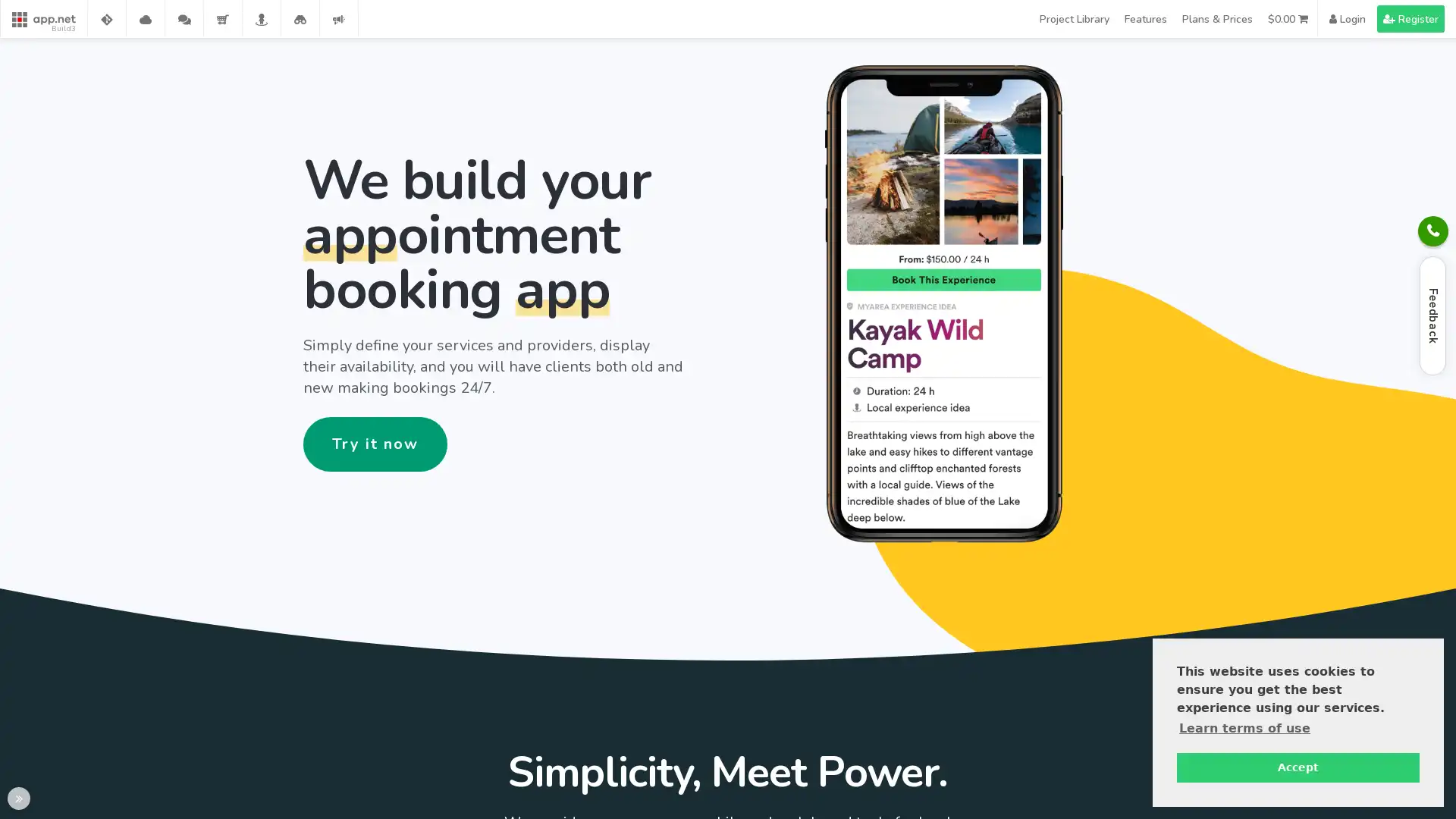 This screenshot has width=1456, height=819. What do you see at coordinates (1244, 727) in the screenshot?
I see `learn more about cookies` at bounding box center [1244, 727].